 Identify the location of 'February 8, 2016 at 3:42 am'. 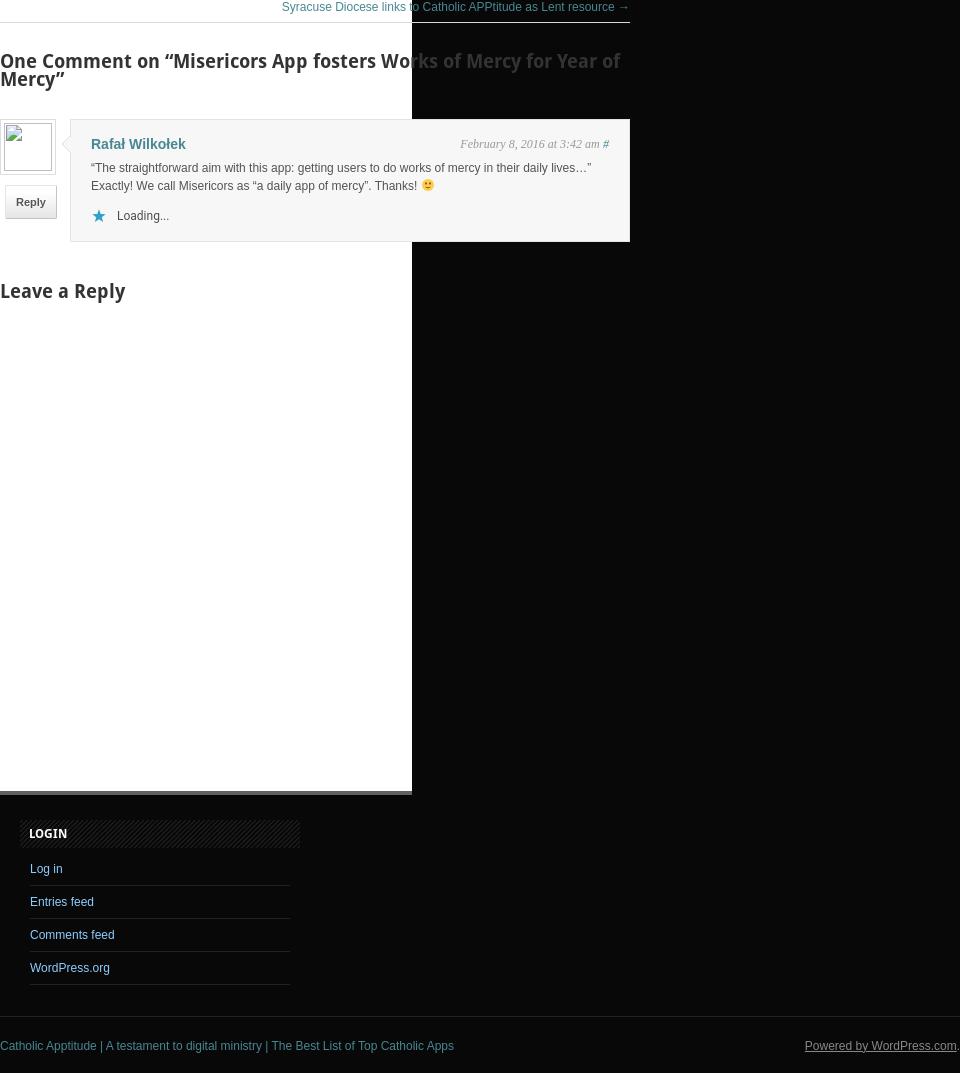
(460, 142).